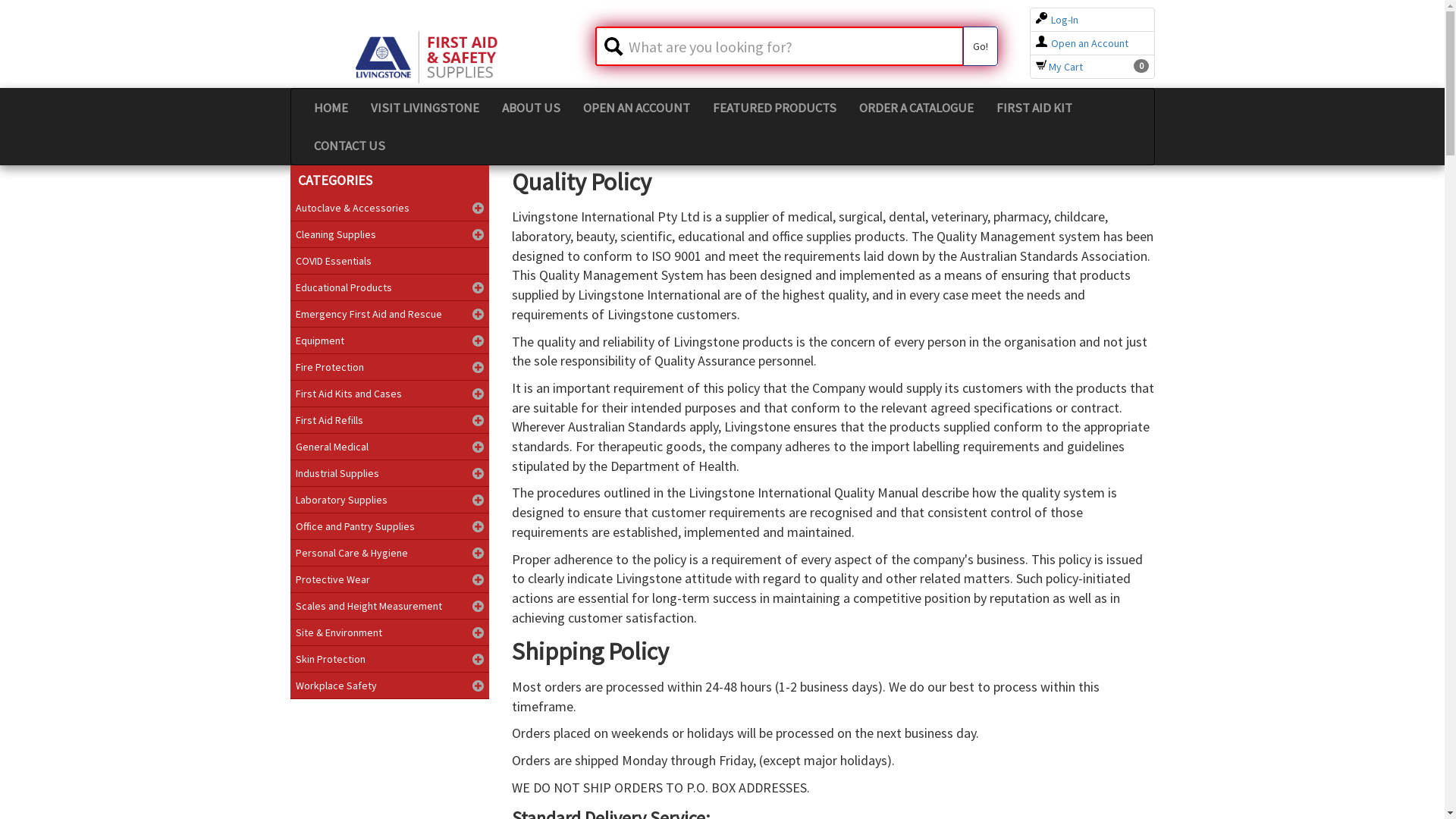 The image size is (1456, 819). Describe the element at coordinates (530, 107) in the screenshot. I see `'ABOUT US'` at that location.